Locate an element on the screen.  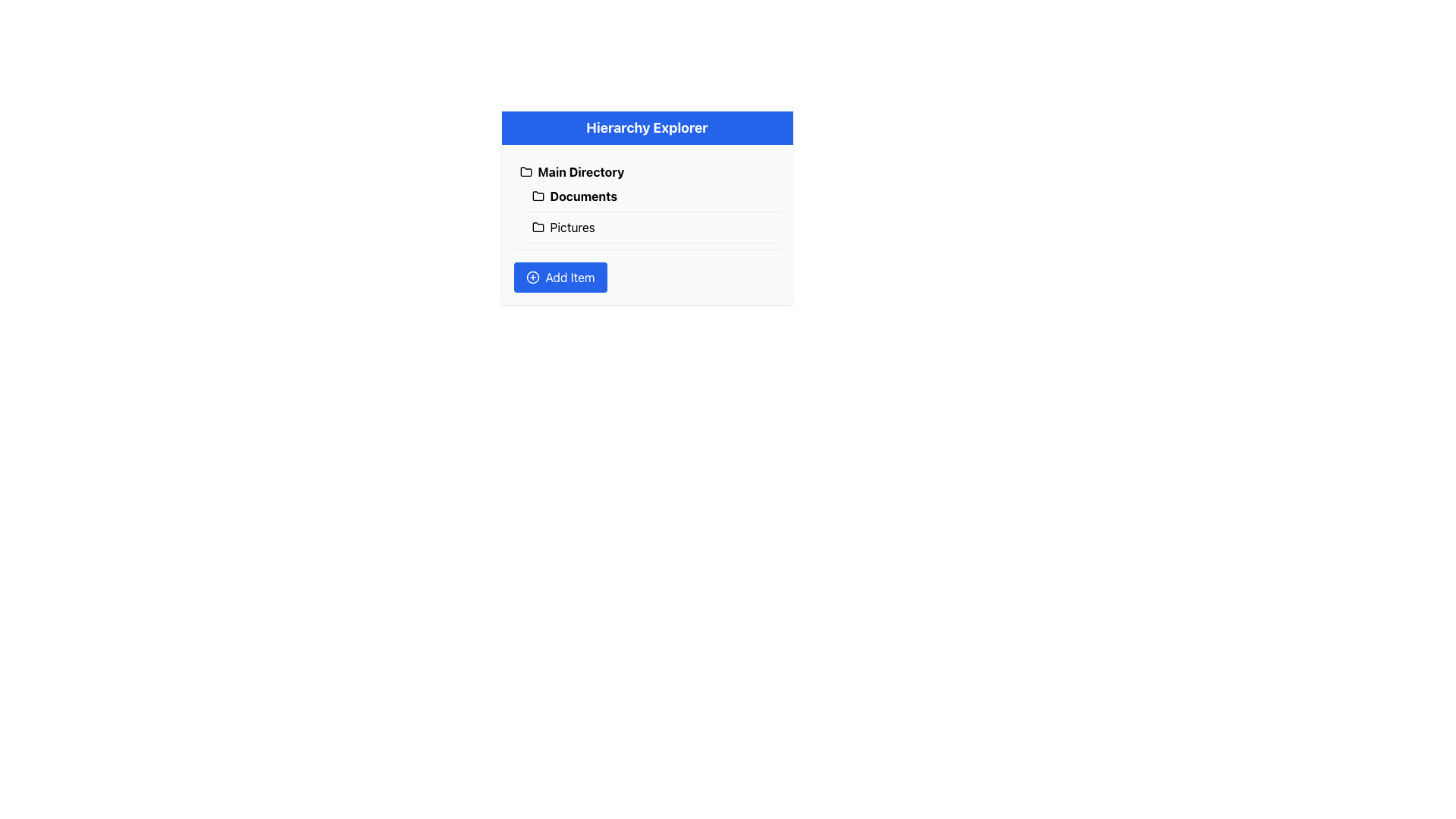
the small circular icon with a blue outline and a plus sign, located to the left of the 'Add Item' text on the blue button is located at coordinates (532, 278).